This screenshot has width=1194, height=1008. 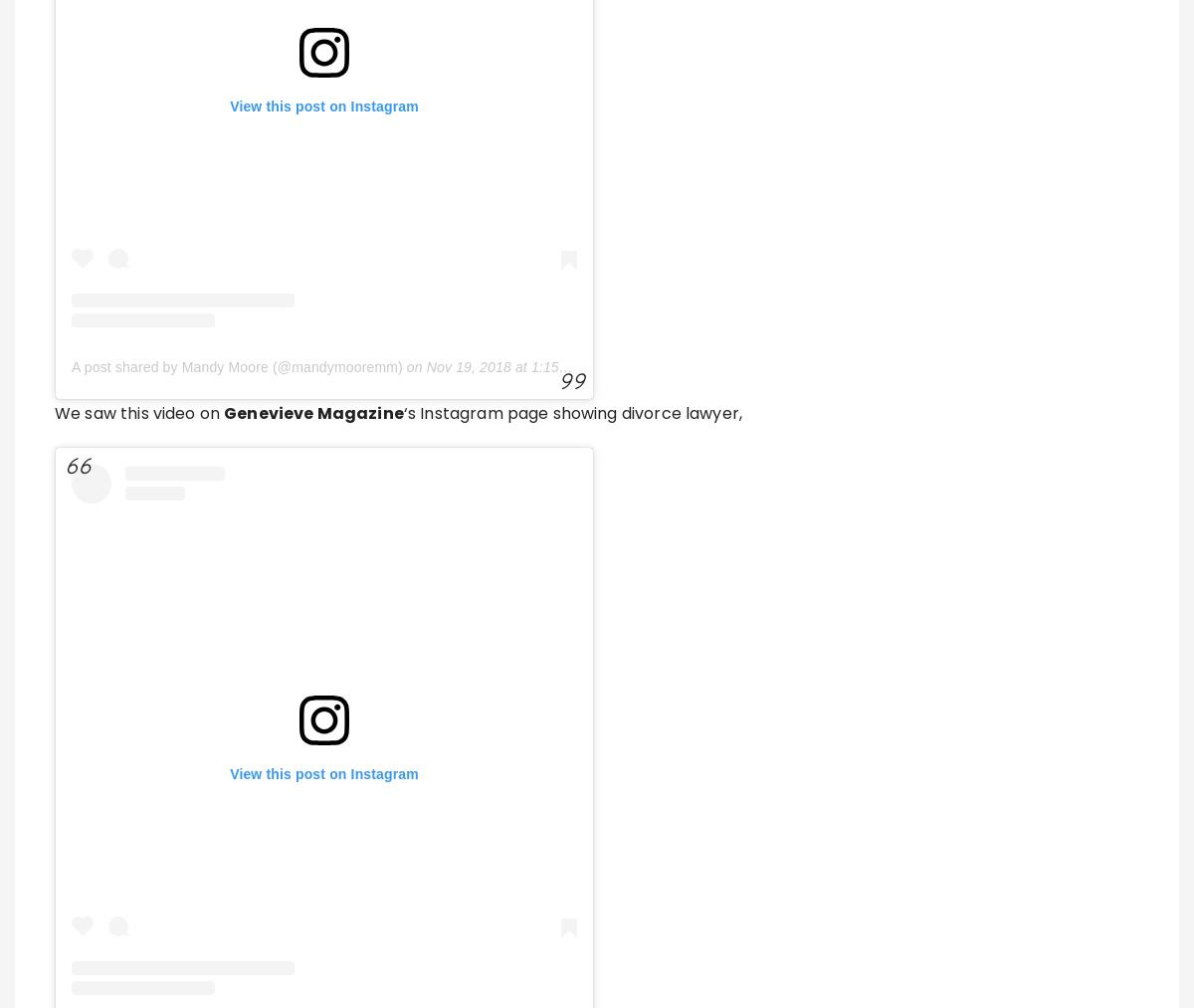 What do you see at coordinates (285, 564) in the screenshot?
I see `'LoveweddingsNG'` at bounding box center [285, 564].